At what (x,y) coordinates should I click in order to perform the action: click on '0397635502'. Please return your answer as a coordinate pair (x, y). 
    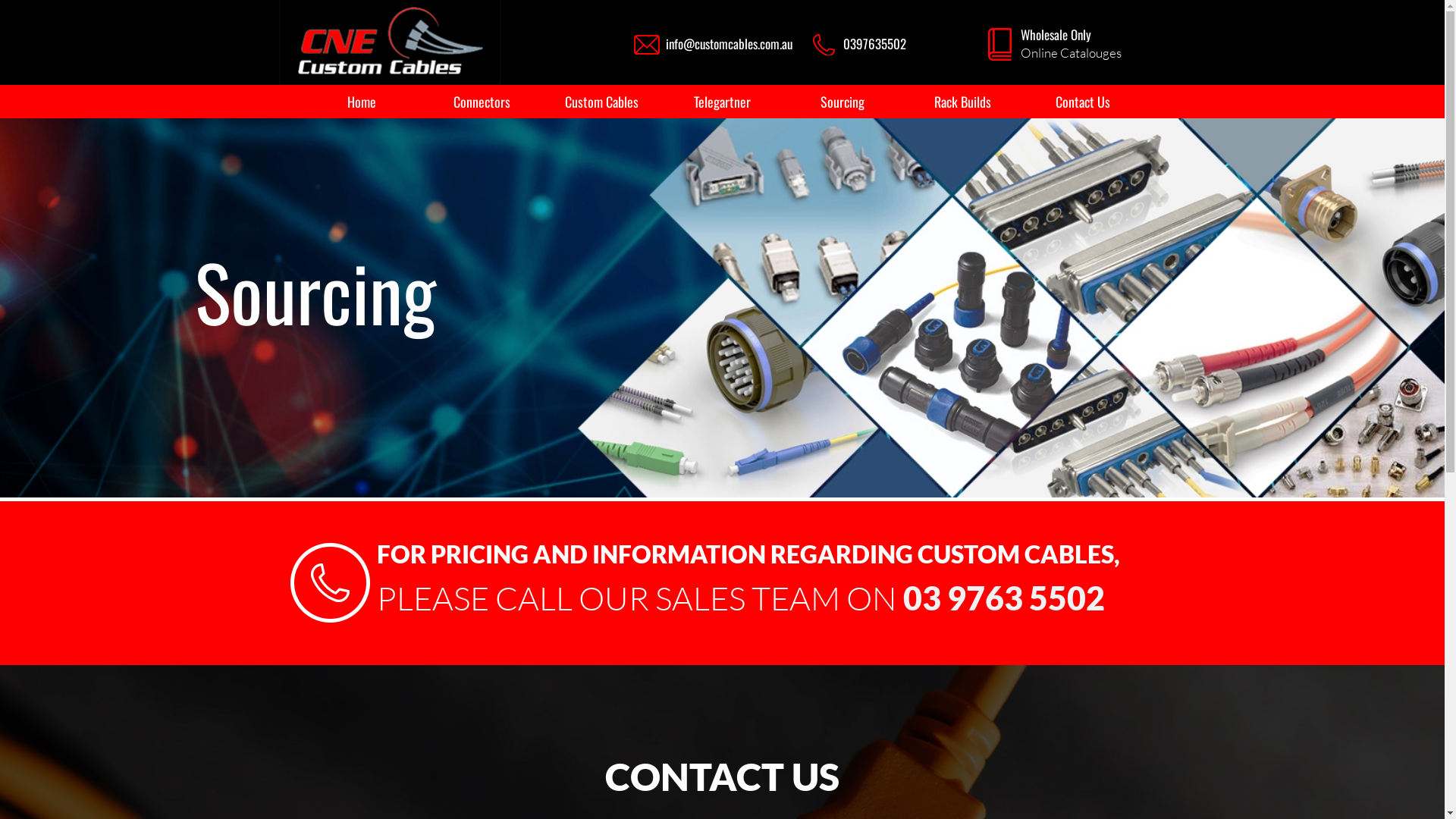
    Looking at the image, I should click on (874, 42).